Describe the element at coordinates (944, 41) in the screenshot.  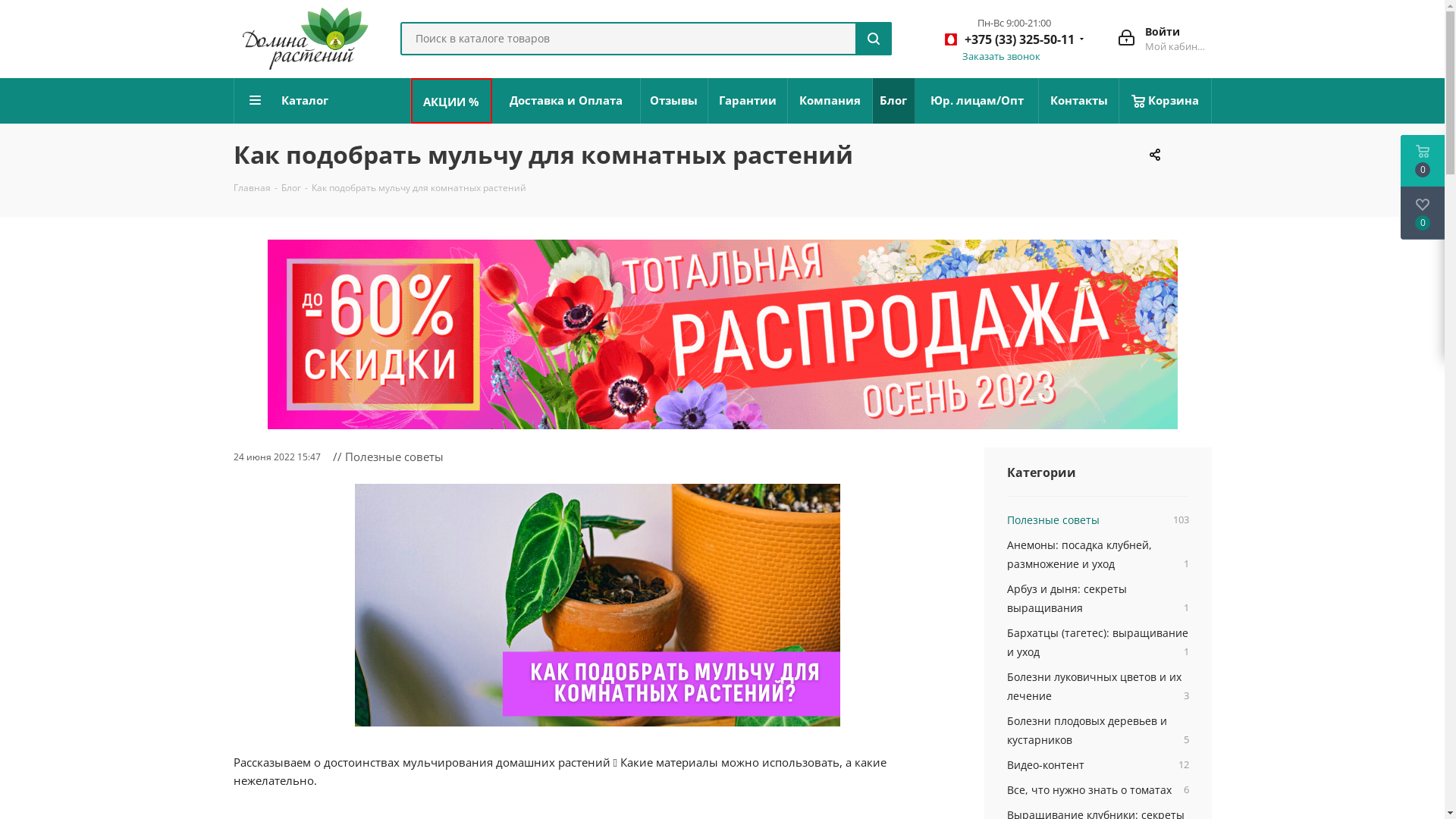
I see `'+375 (33) 325-50-11'` at that location.